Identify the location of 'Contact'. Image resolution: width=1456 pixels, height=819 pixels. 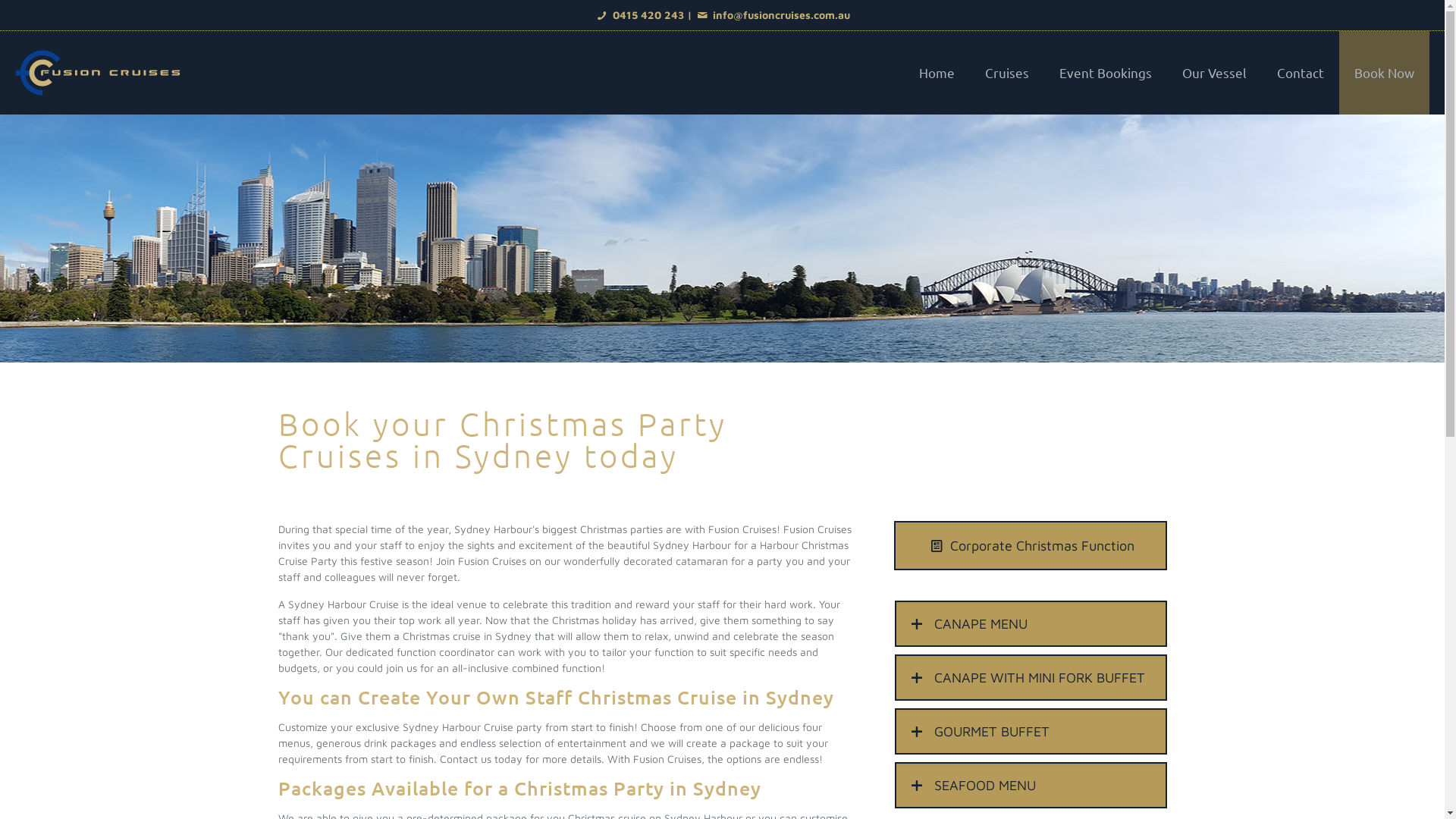
(1299, 73).